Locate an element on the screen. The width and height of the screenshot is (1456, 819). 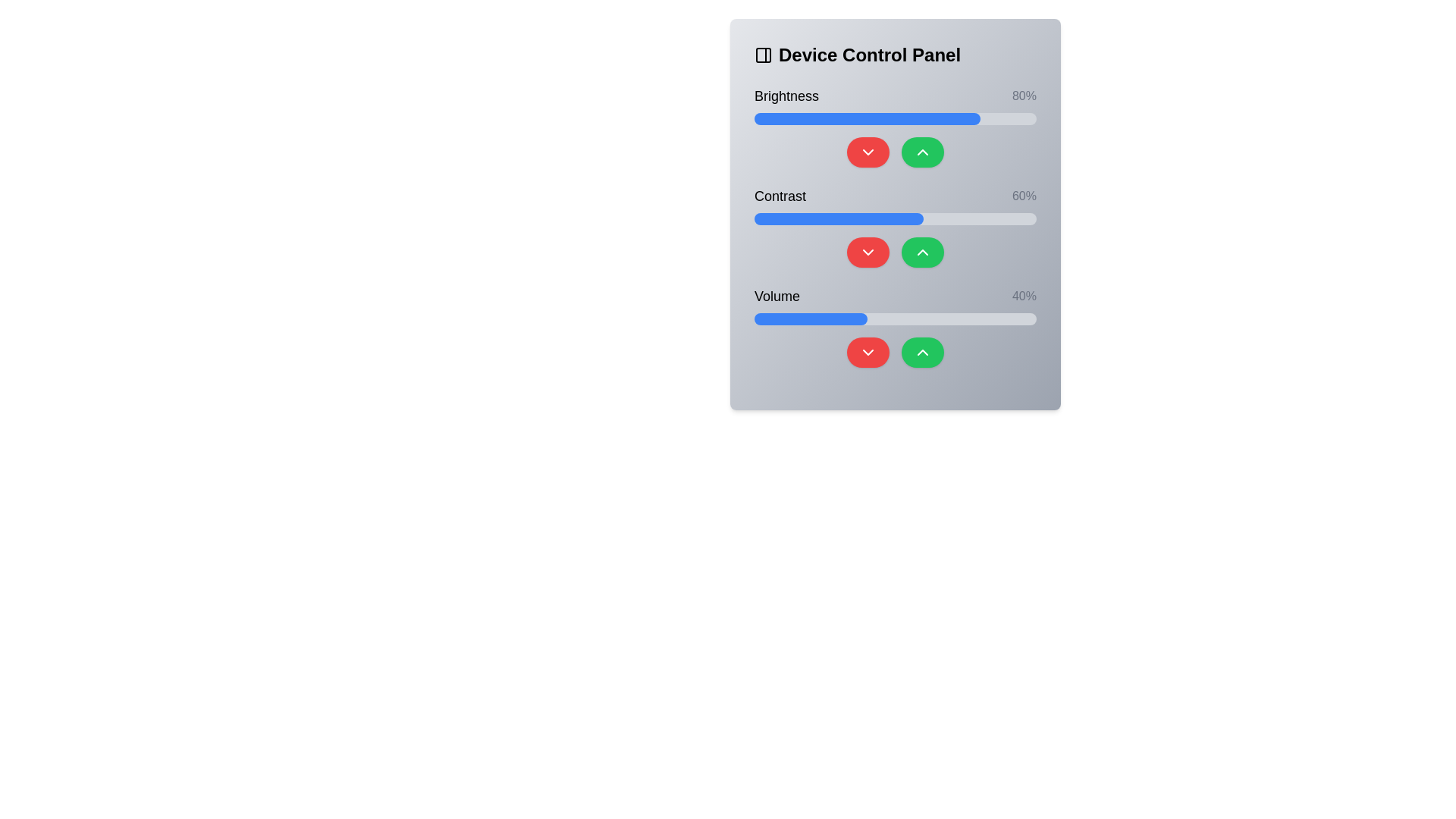
the red button with rounded corners and a downward-pointing chevron icon to decrement the value is located at coordinates (868, 251).